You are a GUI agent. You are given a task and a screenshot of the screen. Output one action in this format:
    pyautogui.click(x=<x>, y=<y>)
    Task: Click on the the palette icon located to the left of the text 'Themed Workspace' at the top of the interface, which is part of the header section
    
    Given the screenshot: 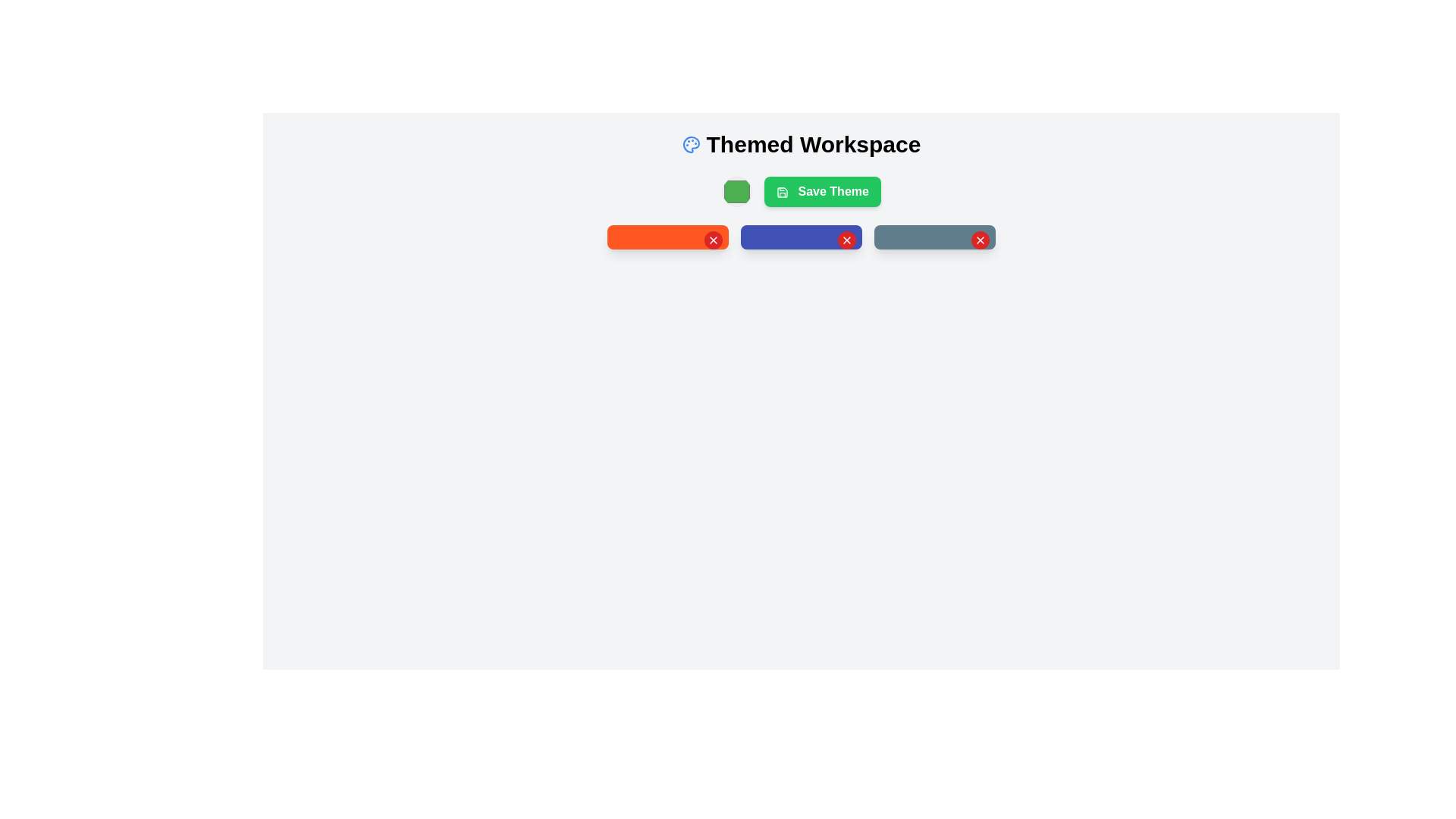 What is the action you would take?
    pyautogui.click(x=690, y=145)
    